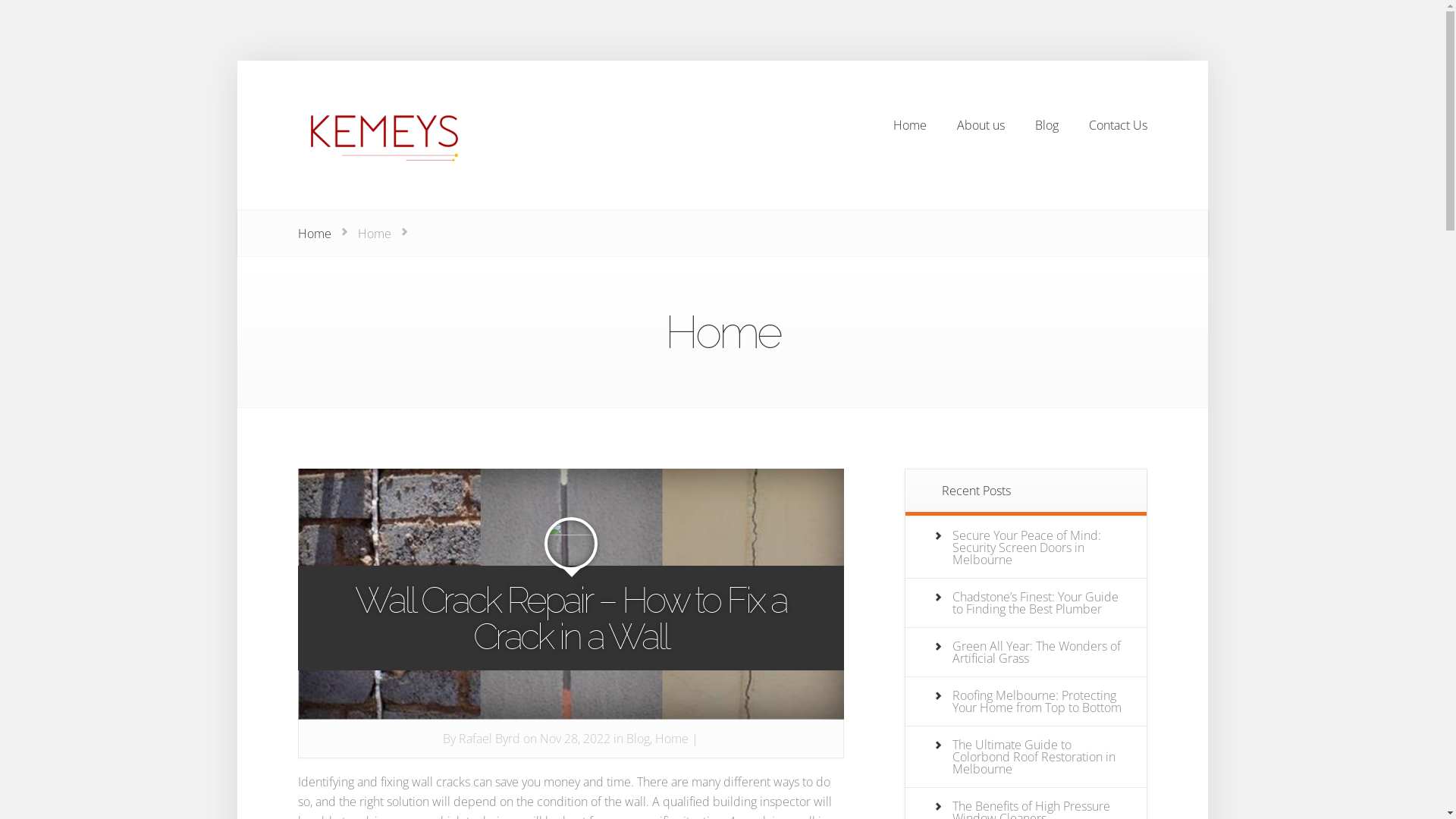 This screenshot has height=819, width=1456. I want to click on 'Roofing Melbourne: Protecting Your Home from Top to Bottom', so click(1036, 701).